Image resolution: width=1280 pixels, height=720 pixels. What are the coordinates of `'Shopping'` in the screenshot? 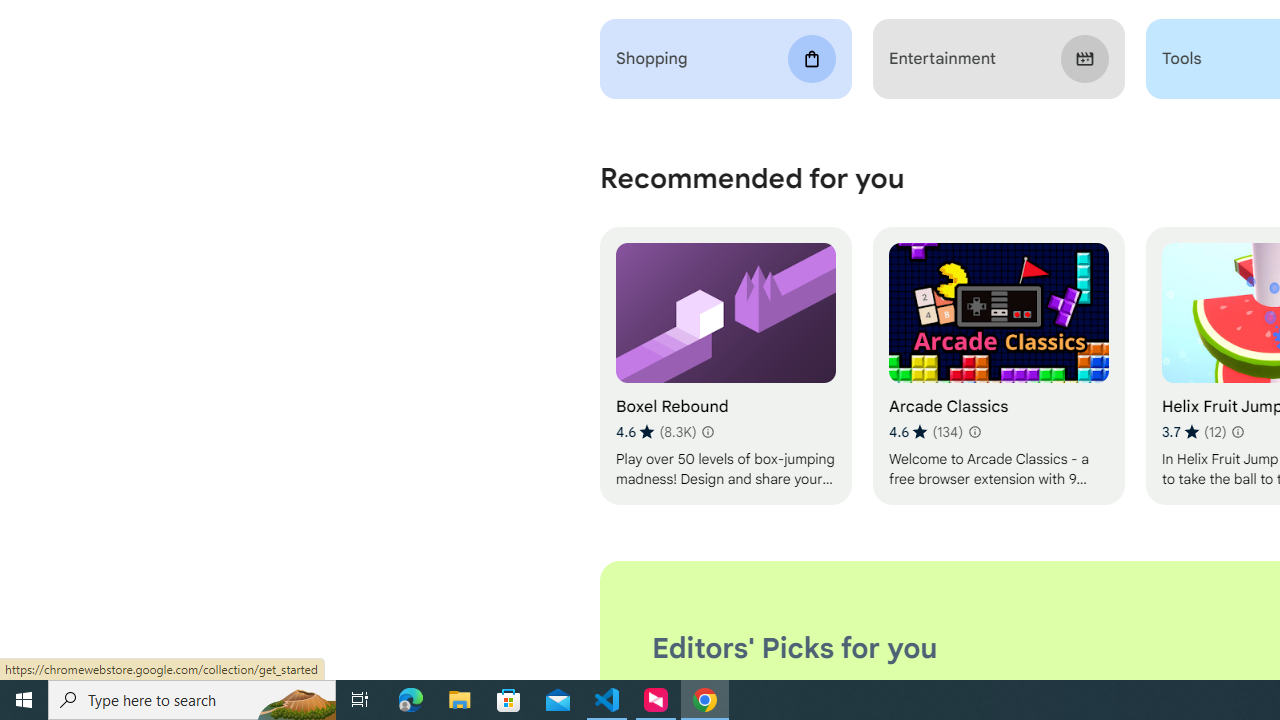 It's located at (724, 58).